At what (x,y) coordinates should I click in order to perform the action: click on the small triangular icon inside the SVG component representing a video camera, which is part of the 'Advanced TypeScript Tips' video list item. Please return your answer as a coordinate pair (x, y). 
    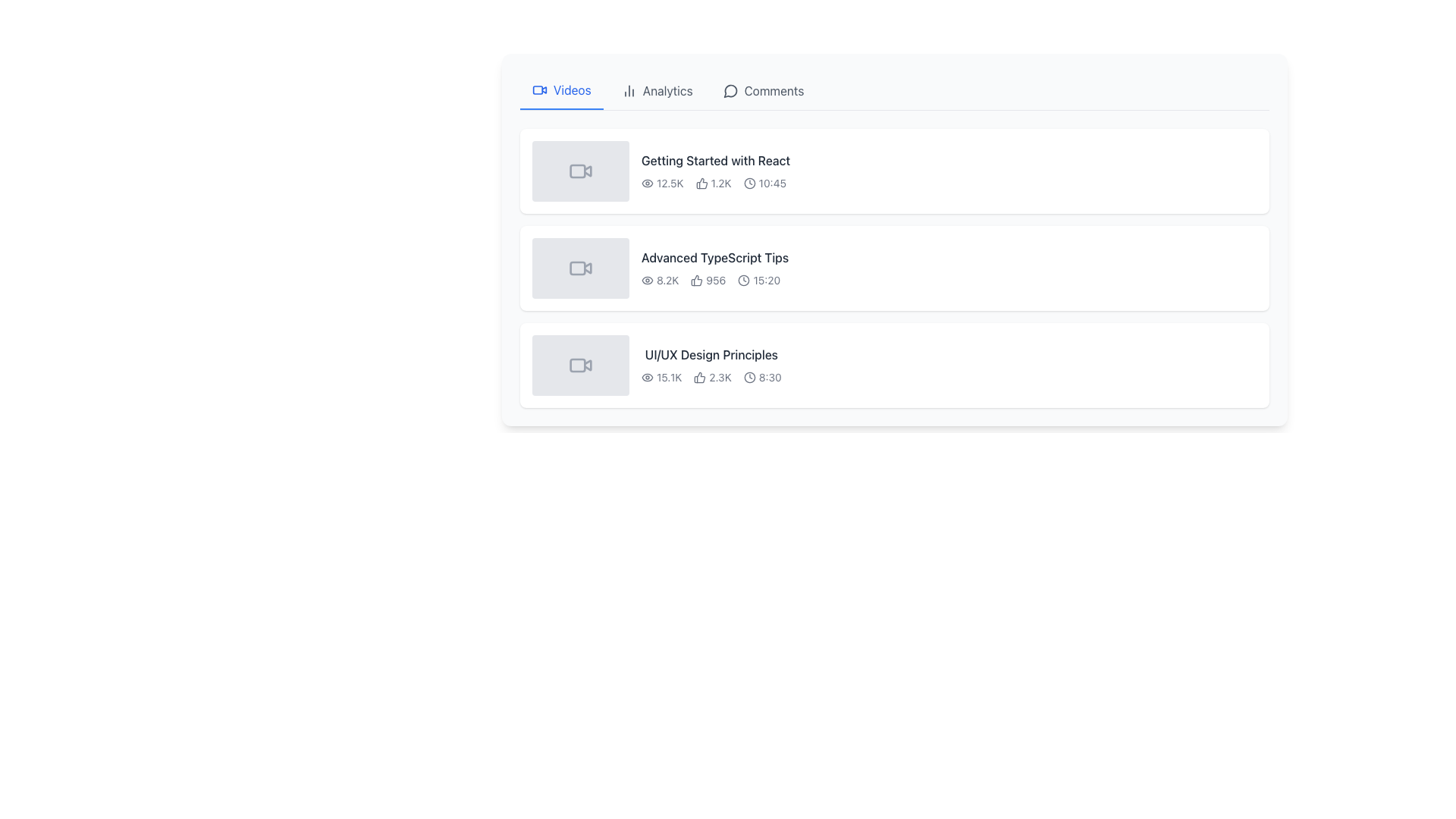
    Looking at the image, I should click on (587, 267).